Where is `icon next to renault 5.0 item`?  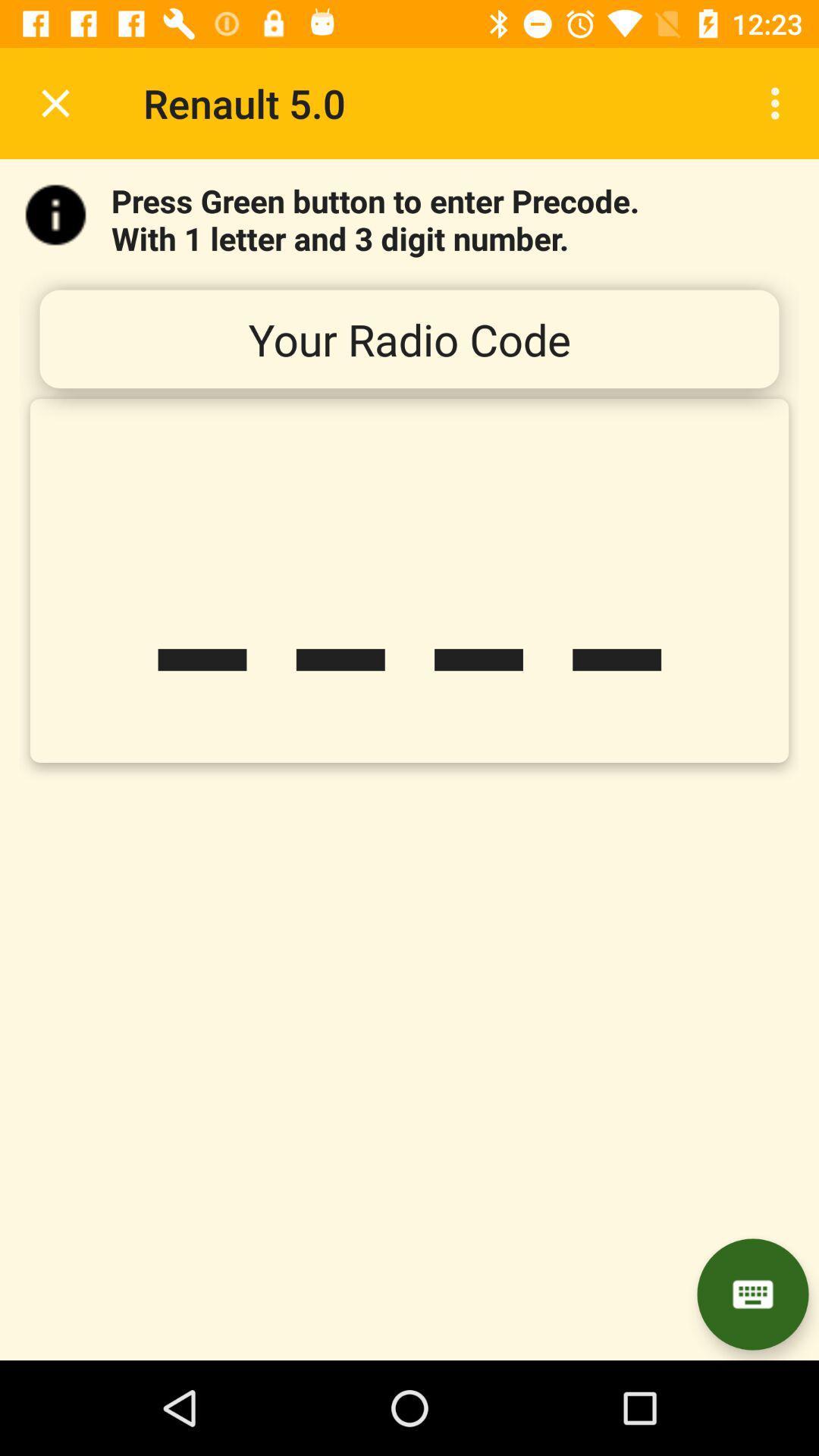 icon next to renault 5.0 item is located at coordinates (779, 102).